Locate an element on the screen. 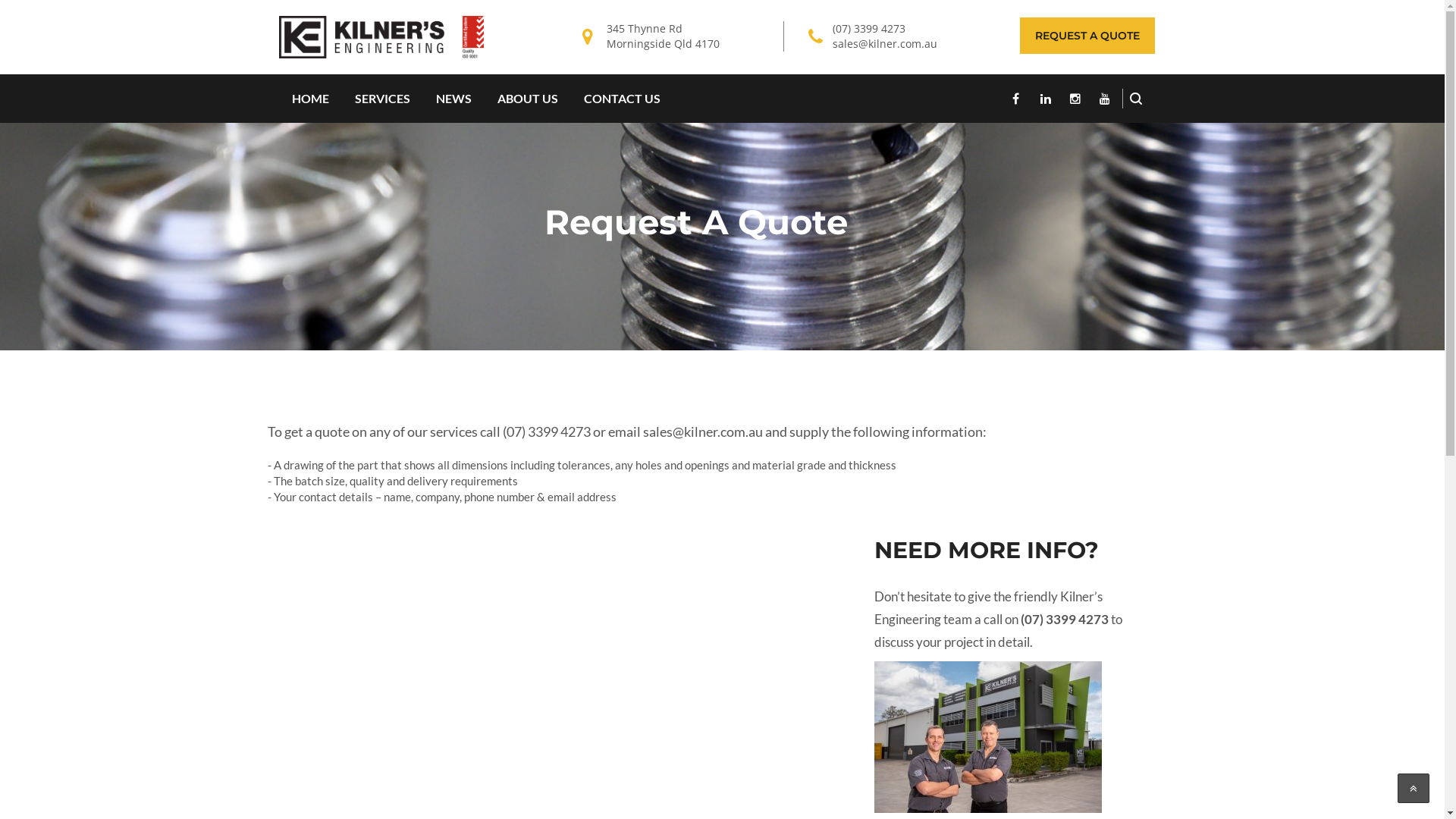  'REQUEST A QUOTE' is located at coordinates (1086, 34).